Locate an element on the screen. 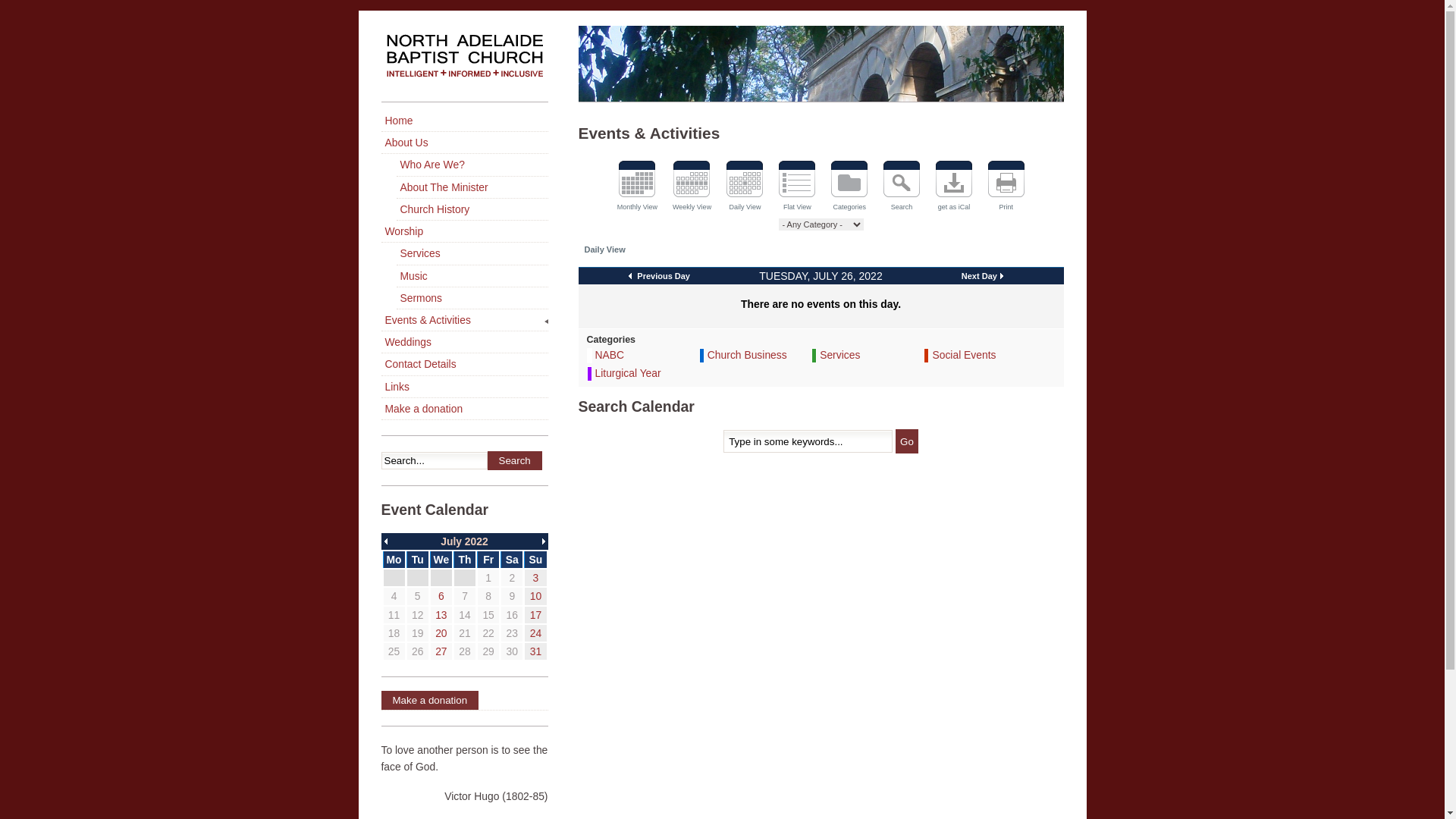 The image size is (1456, 819). '20' is located at coordinates (440, 632).